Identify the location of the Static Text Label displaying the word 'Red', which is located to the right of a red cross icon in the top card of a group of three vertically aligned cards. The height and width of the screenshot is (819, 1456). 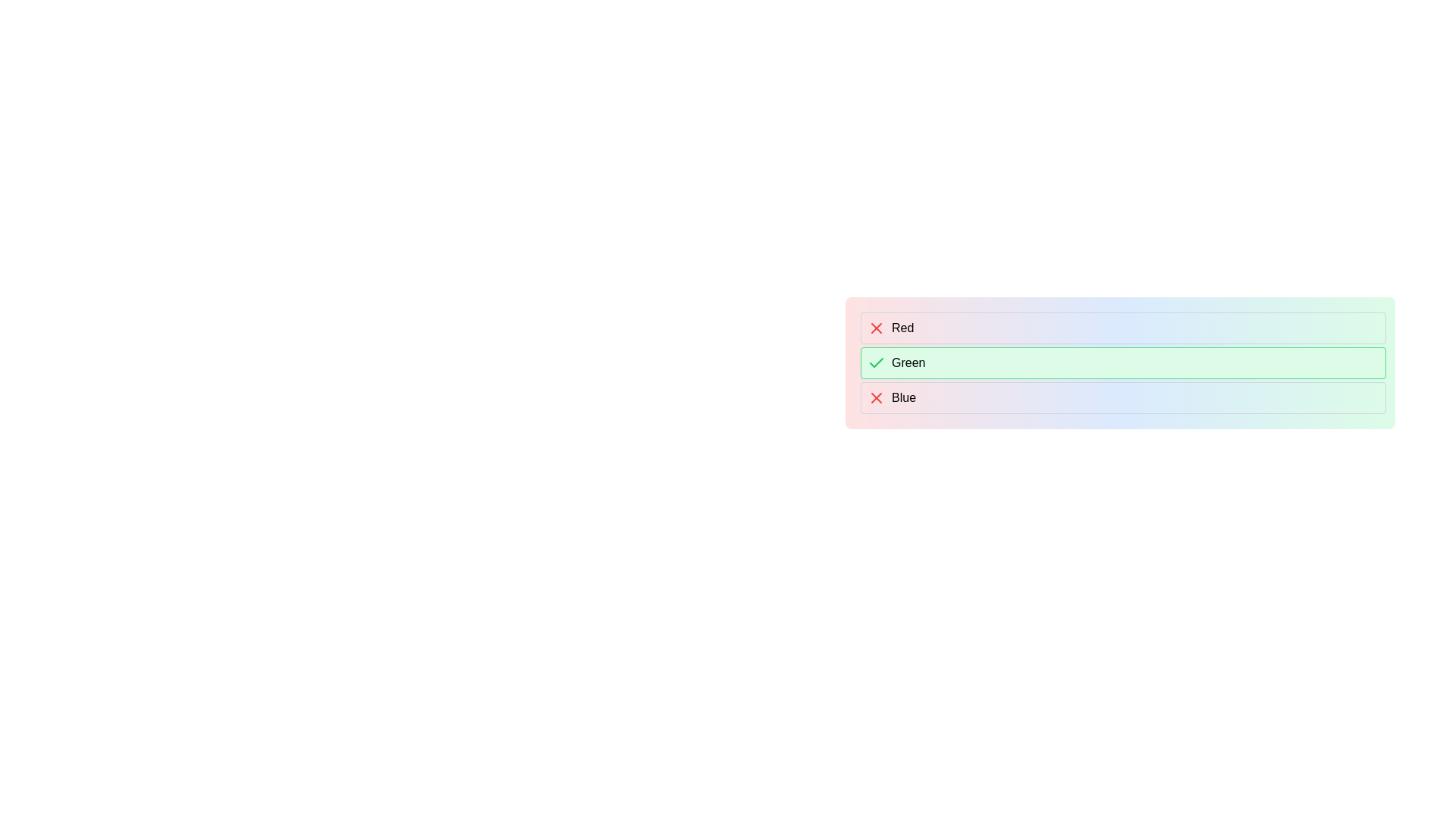
(902, 327).